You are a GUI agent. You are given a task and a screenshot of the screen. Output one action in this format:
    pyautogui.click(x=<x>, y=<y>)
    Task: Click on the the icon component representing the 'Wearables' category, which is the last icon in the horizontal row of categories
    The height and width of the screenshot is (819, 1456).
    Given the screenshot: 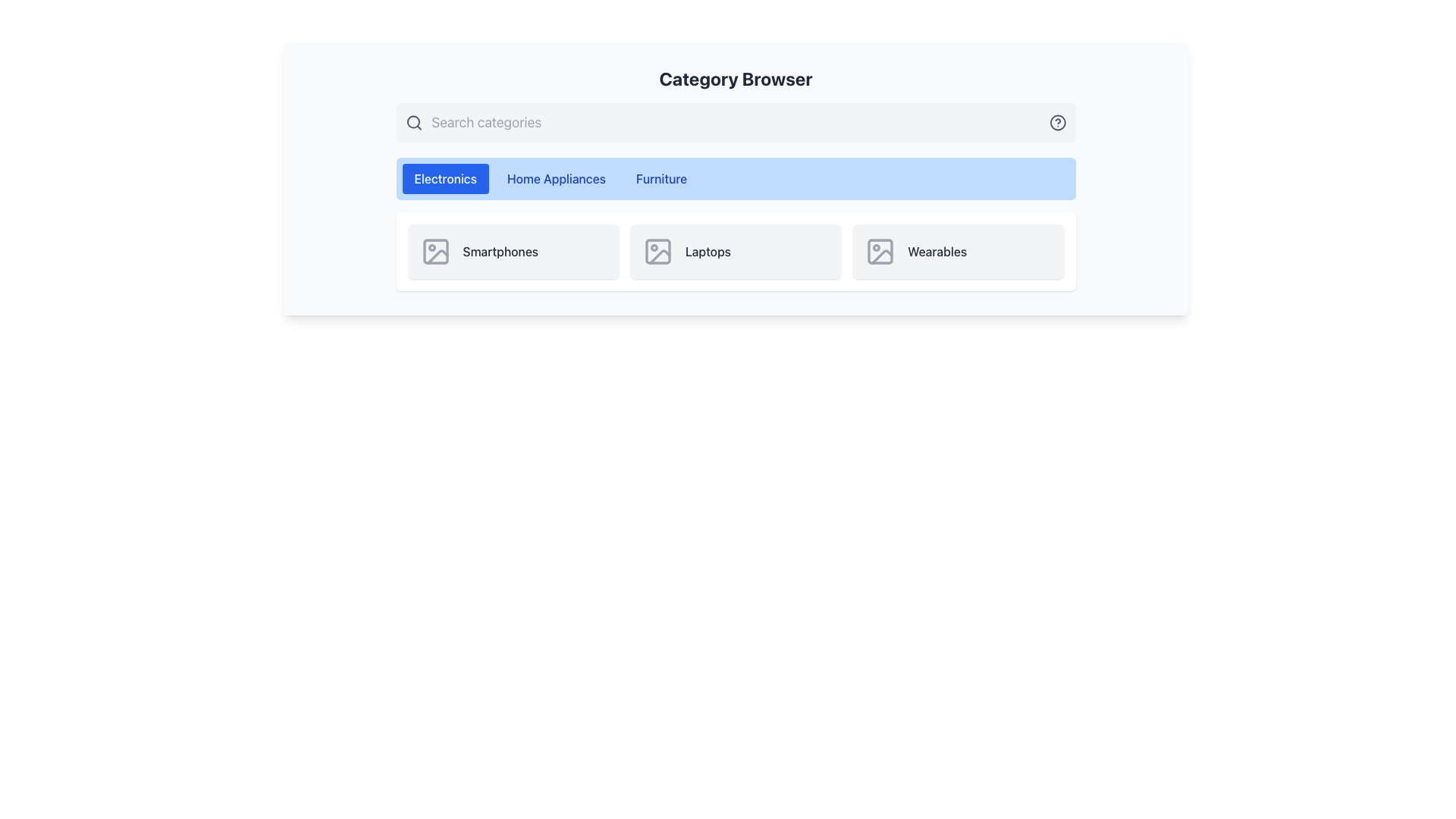 What is the action you would take?
    pyautogui.click(x=880, y=250)
    